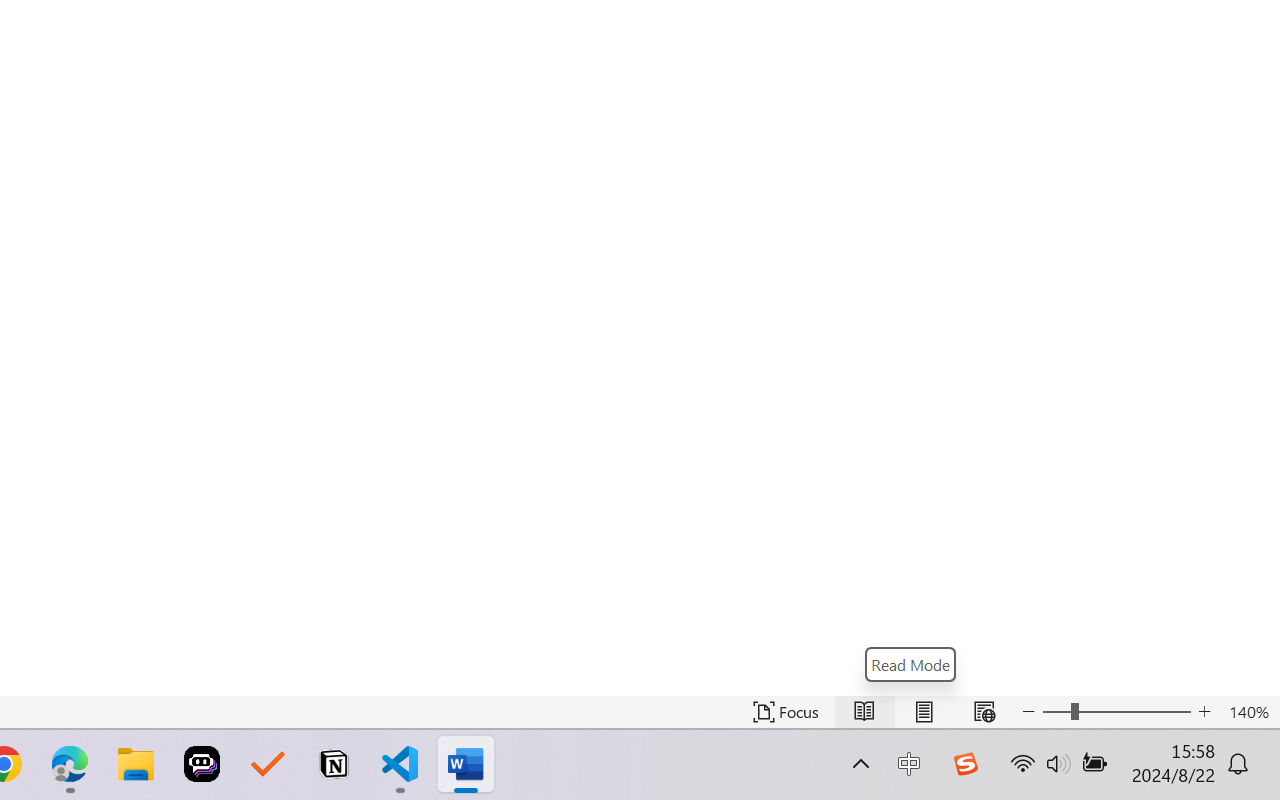 The image size is (1280, 800). What do you see at coordinates (1029, 711) in the screenshot?
I see `'Decrease Text Size'` at bounding box center [1029, 711].